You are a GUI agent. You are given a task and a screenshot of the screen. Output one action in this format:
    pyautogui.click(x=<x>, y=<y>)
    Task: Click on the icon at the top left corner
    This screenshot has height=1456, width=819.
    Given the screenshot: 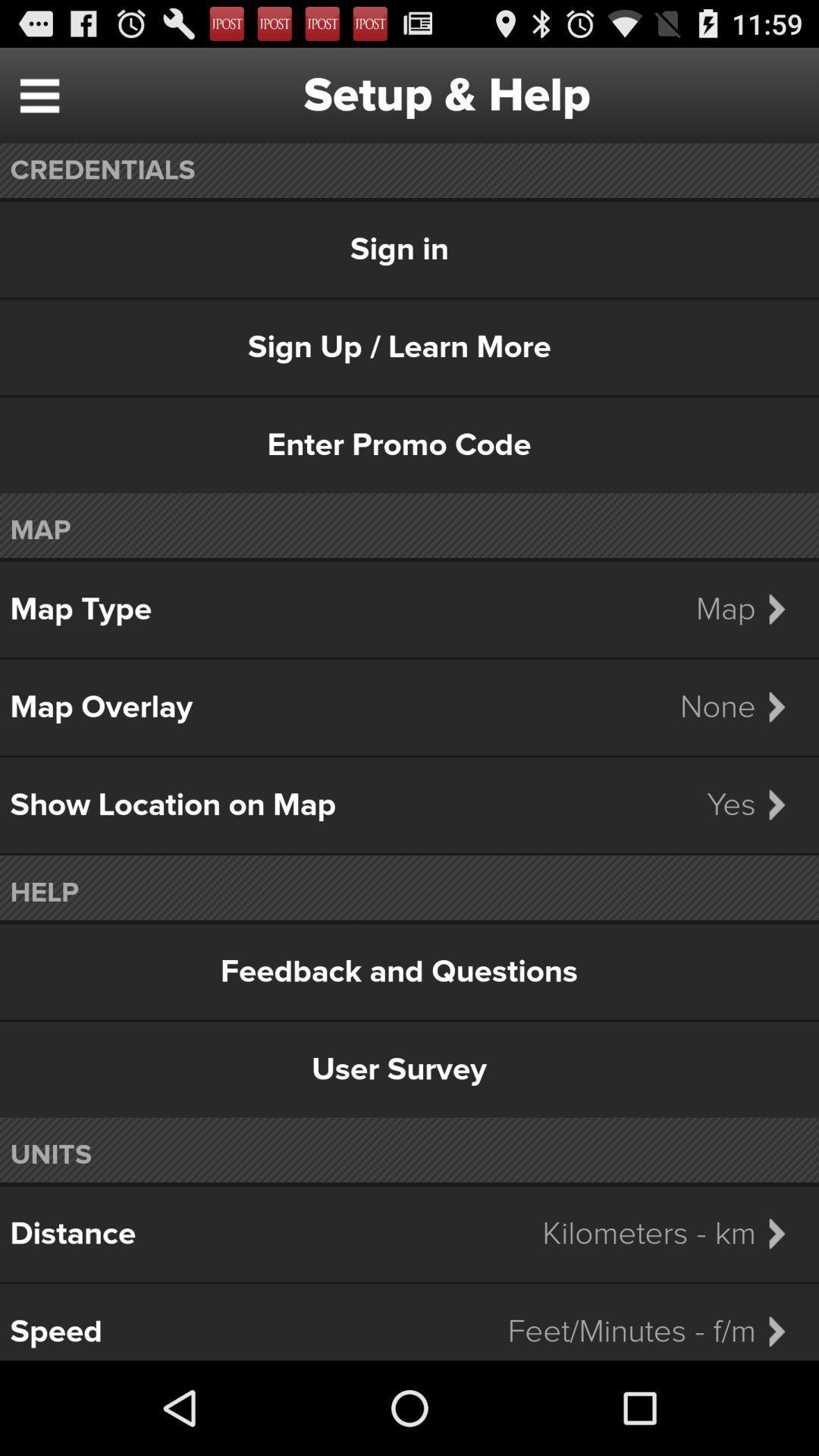 What is the action you would take?
    pyautogui.click(x=39, y=94)
    